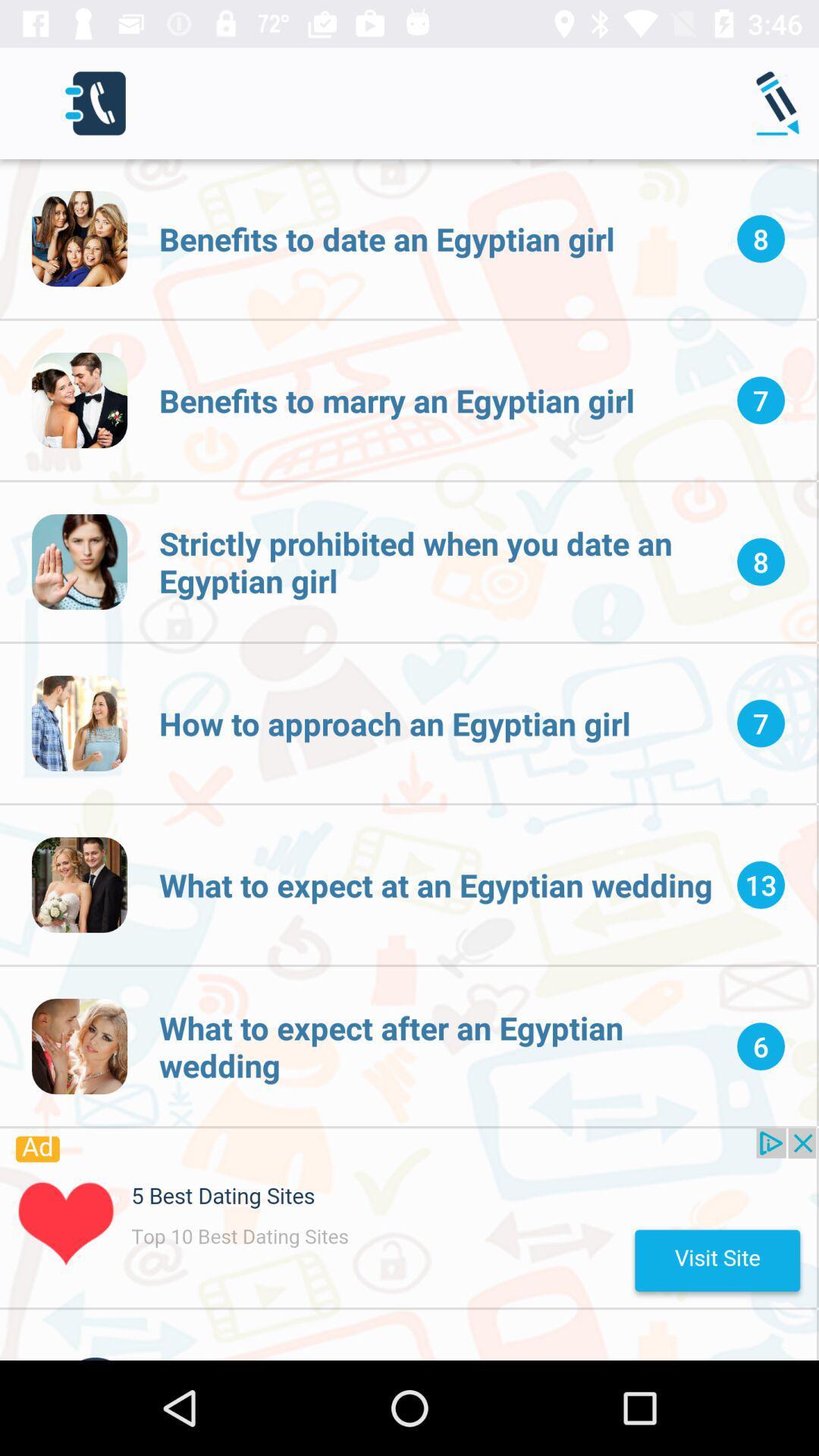 The width and height of the screenshot is (819, 1456). What do you see at coordinates (407, 1218) in the screenshot?
I see `the advertisement` at bounding box center [407, 1218].